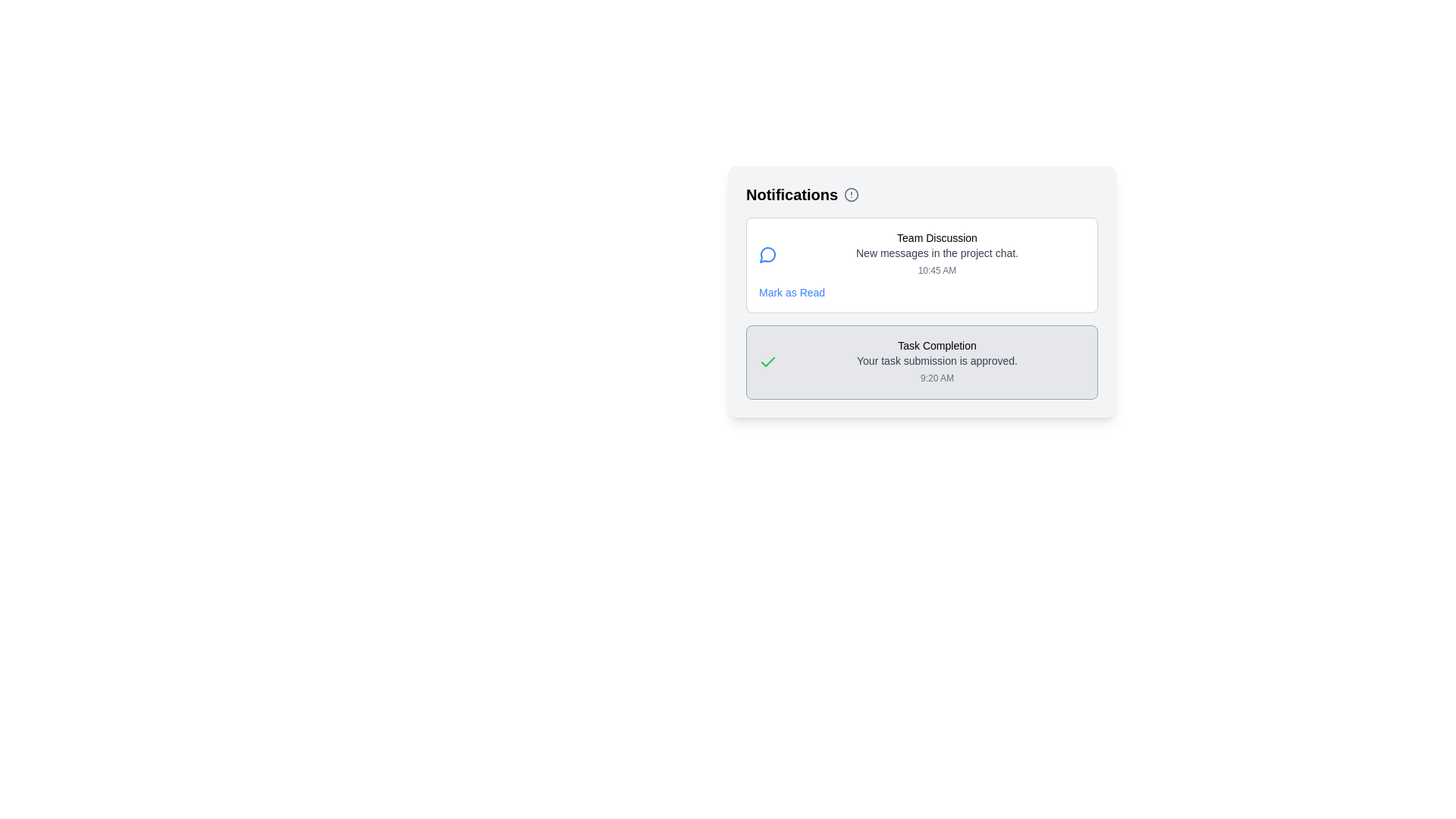 Image resolution: width=1456 pixels, height=819 pixels. I want to click on the notification labeled 'Team Discussion', so click(937, 253).